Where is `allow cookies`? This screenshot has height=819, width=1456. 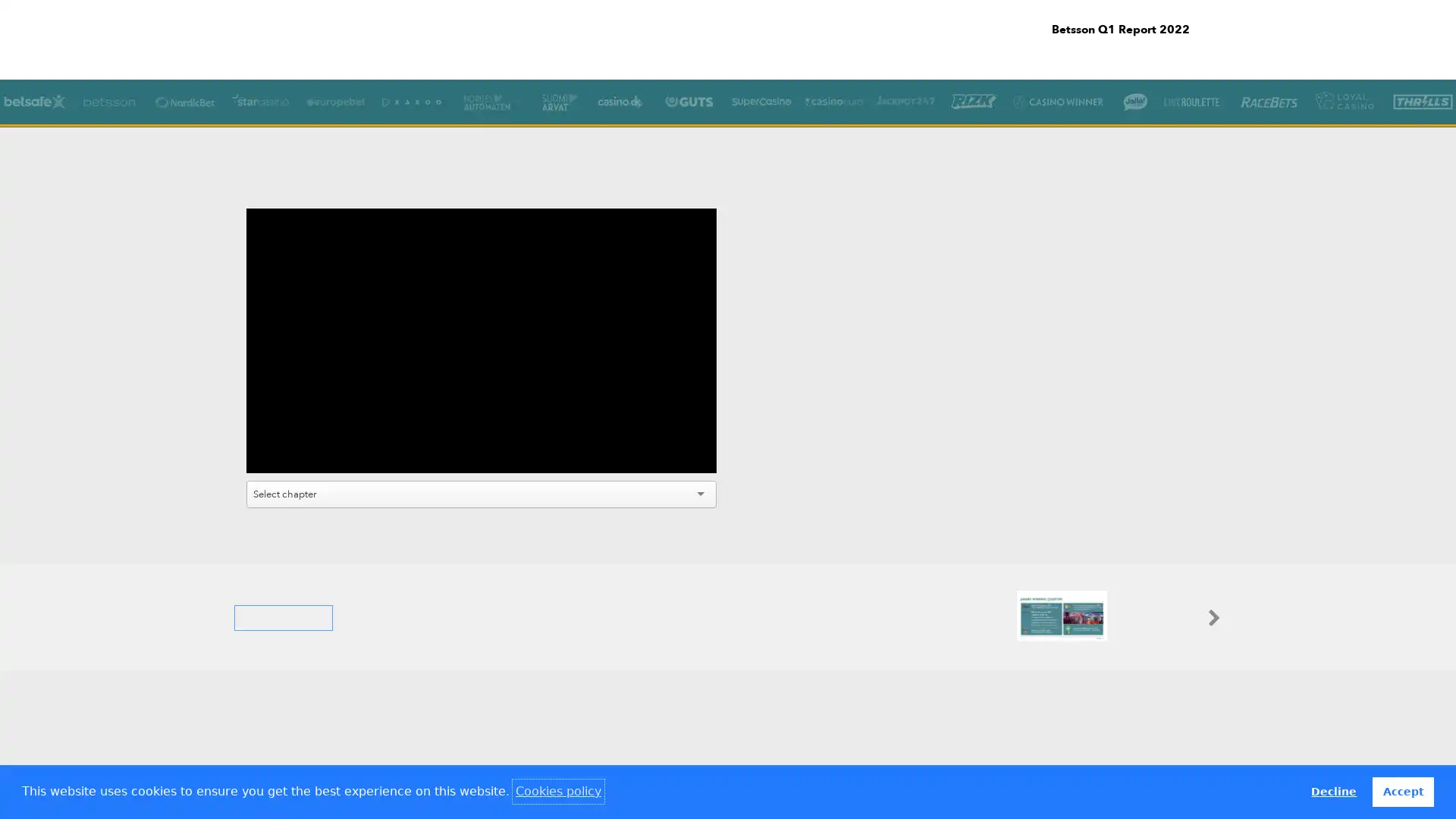
allow cookies is located at coordinates (1402, 791).